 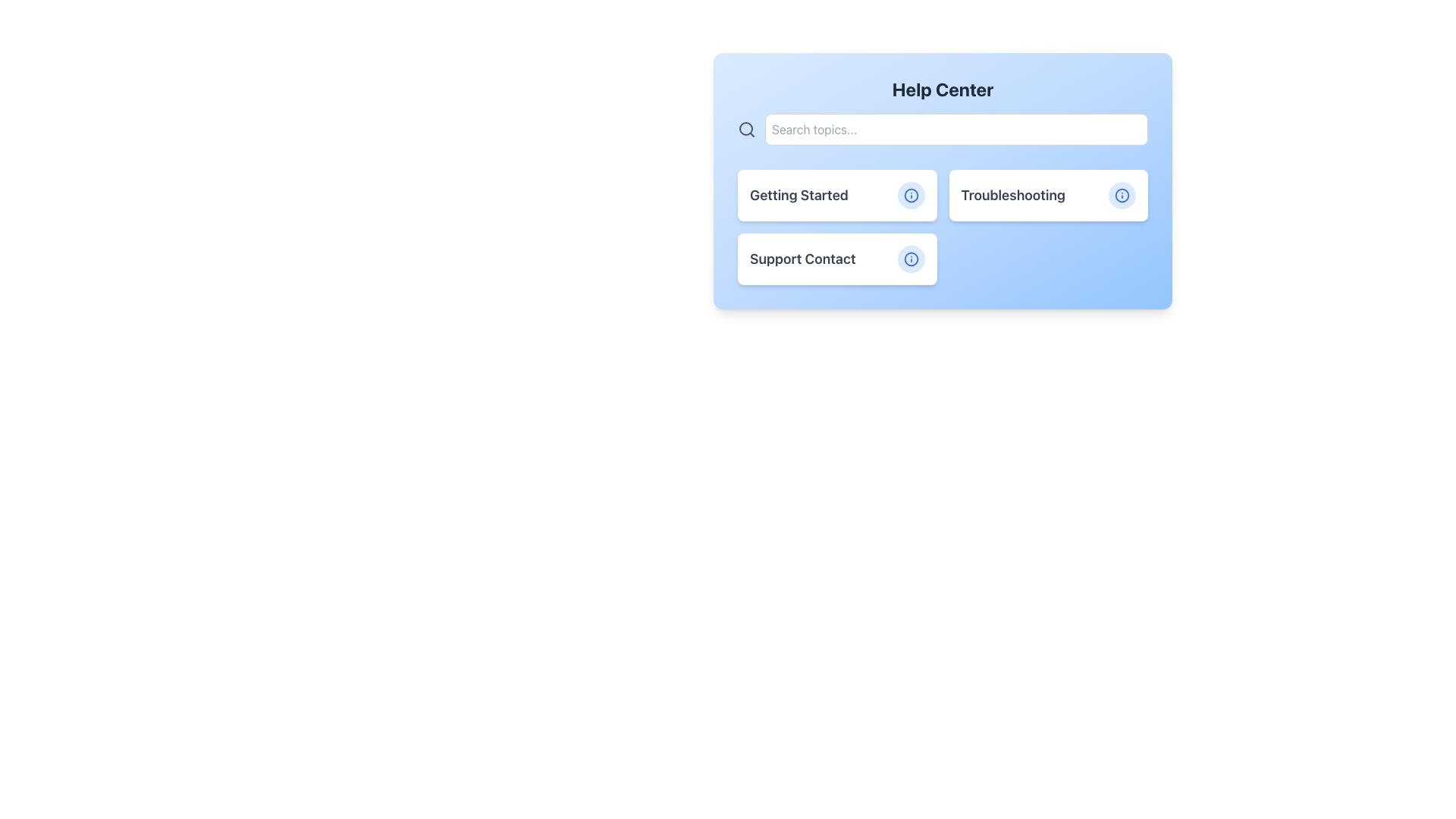 I want to click on the information icon located on the right side of the 'Support Contact' button, which provides additional help details when clicked, so click(x=910, y=259).